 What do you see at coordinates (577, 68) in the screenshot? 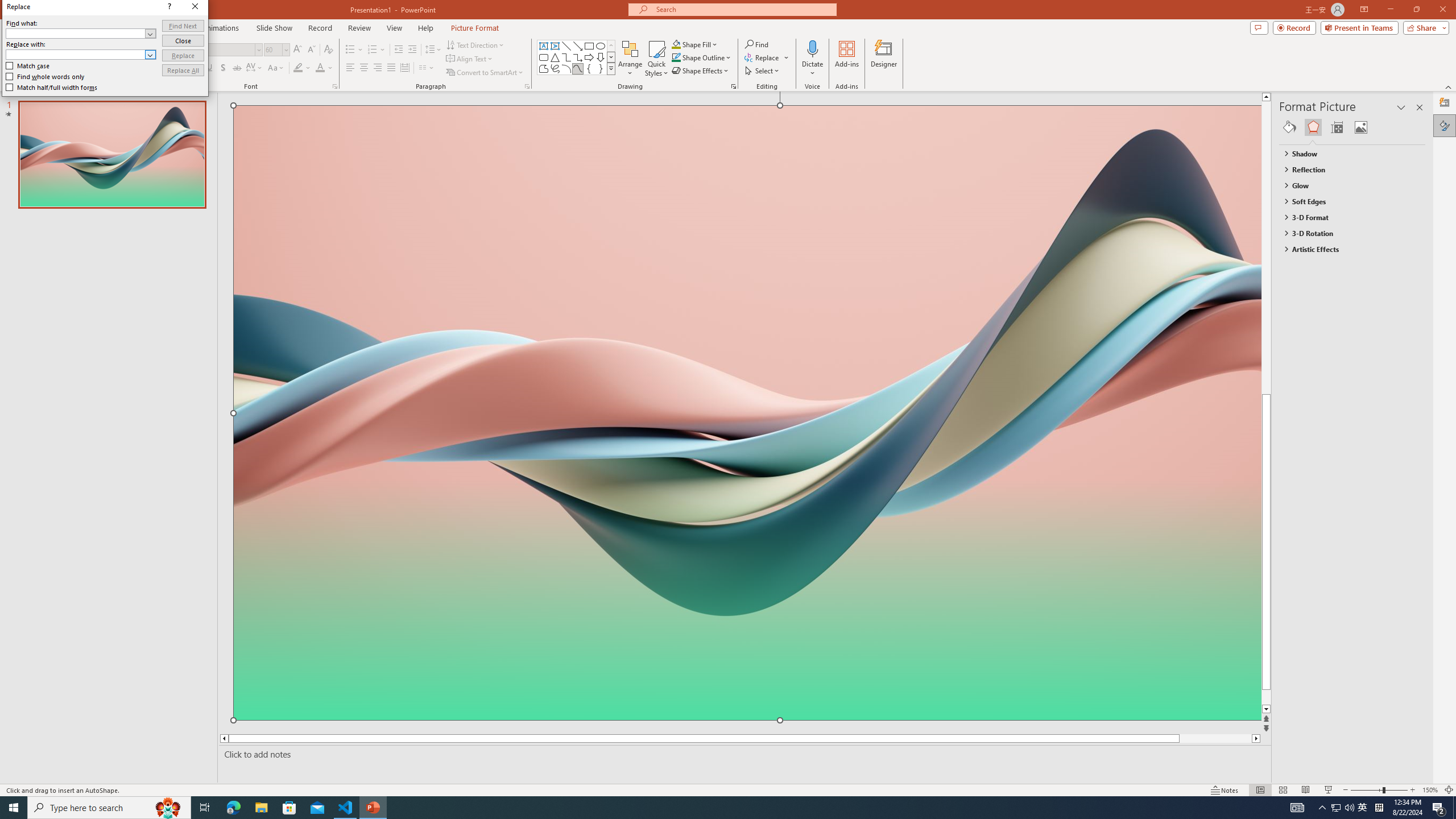
I see `'Curve'` at bounding box center [577, 68].